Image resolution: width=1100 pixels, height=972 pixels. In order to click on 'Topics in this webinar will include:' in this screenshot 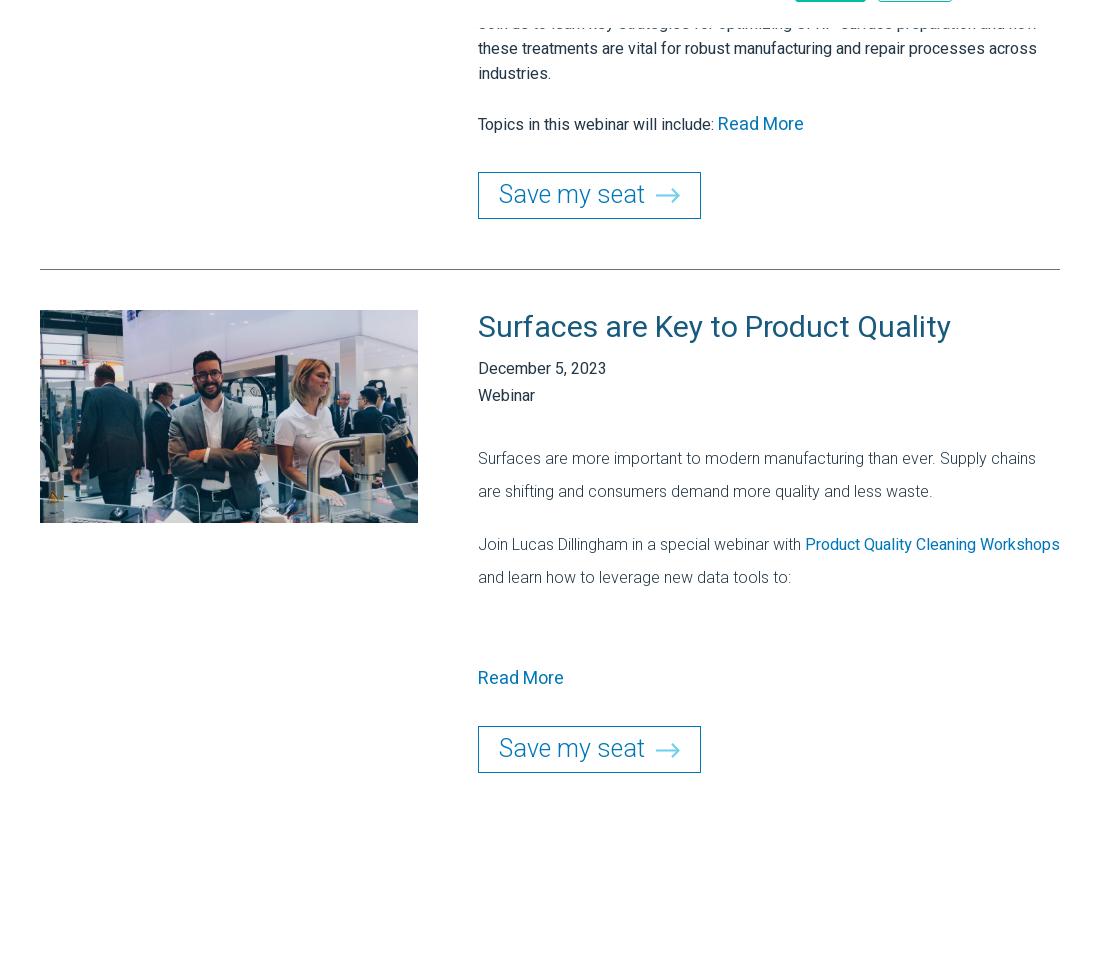, I will do `click(594, 124)`.